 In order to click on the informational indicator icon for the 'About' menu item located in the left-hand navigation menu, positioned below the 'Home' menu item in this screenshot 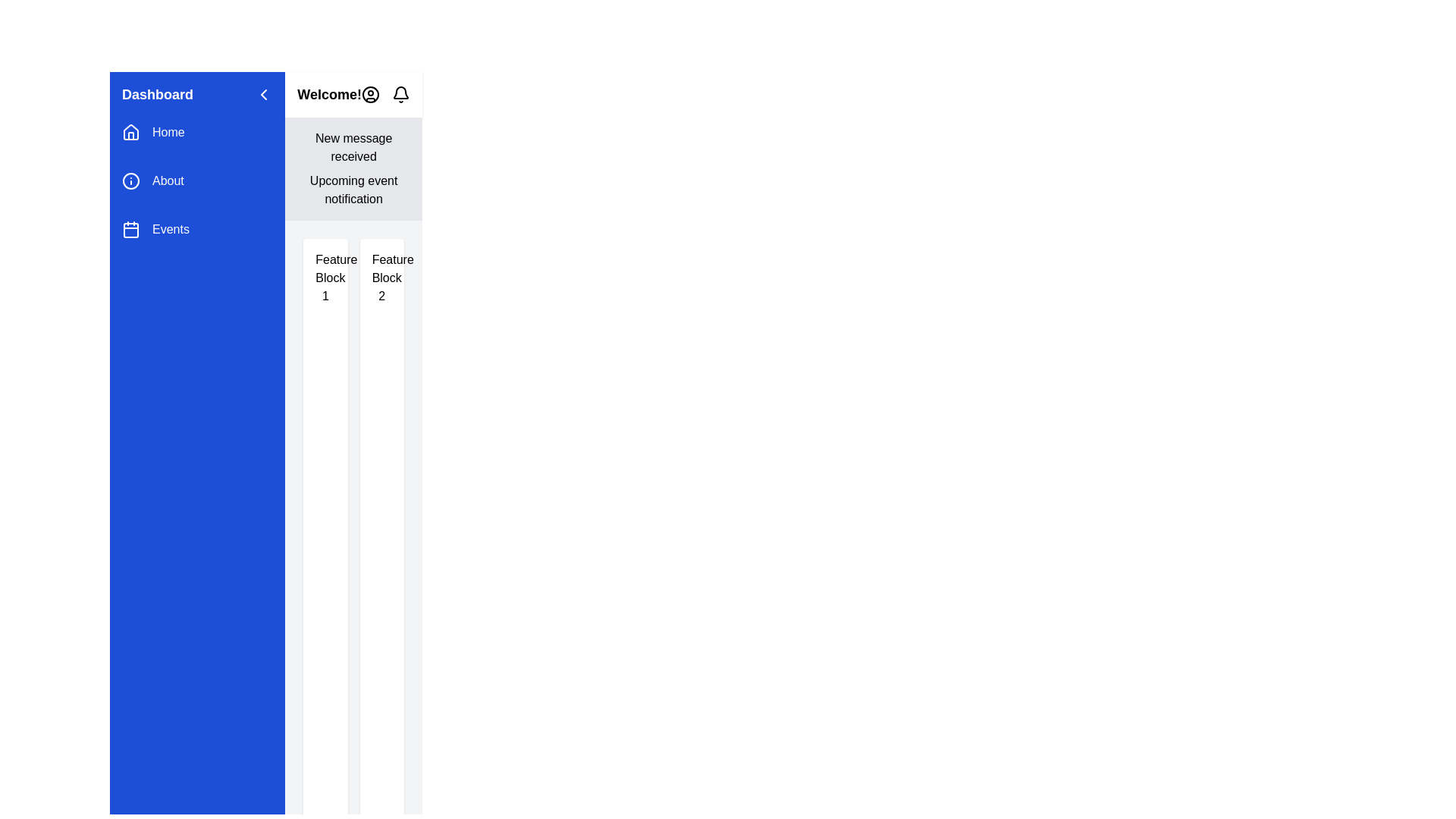, I will do `click(130, 180)`.